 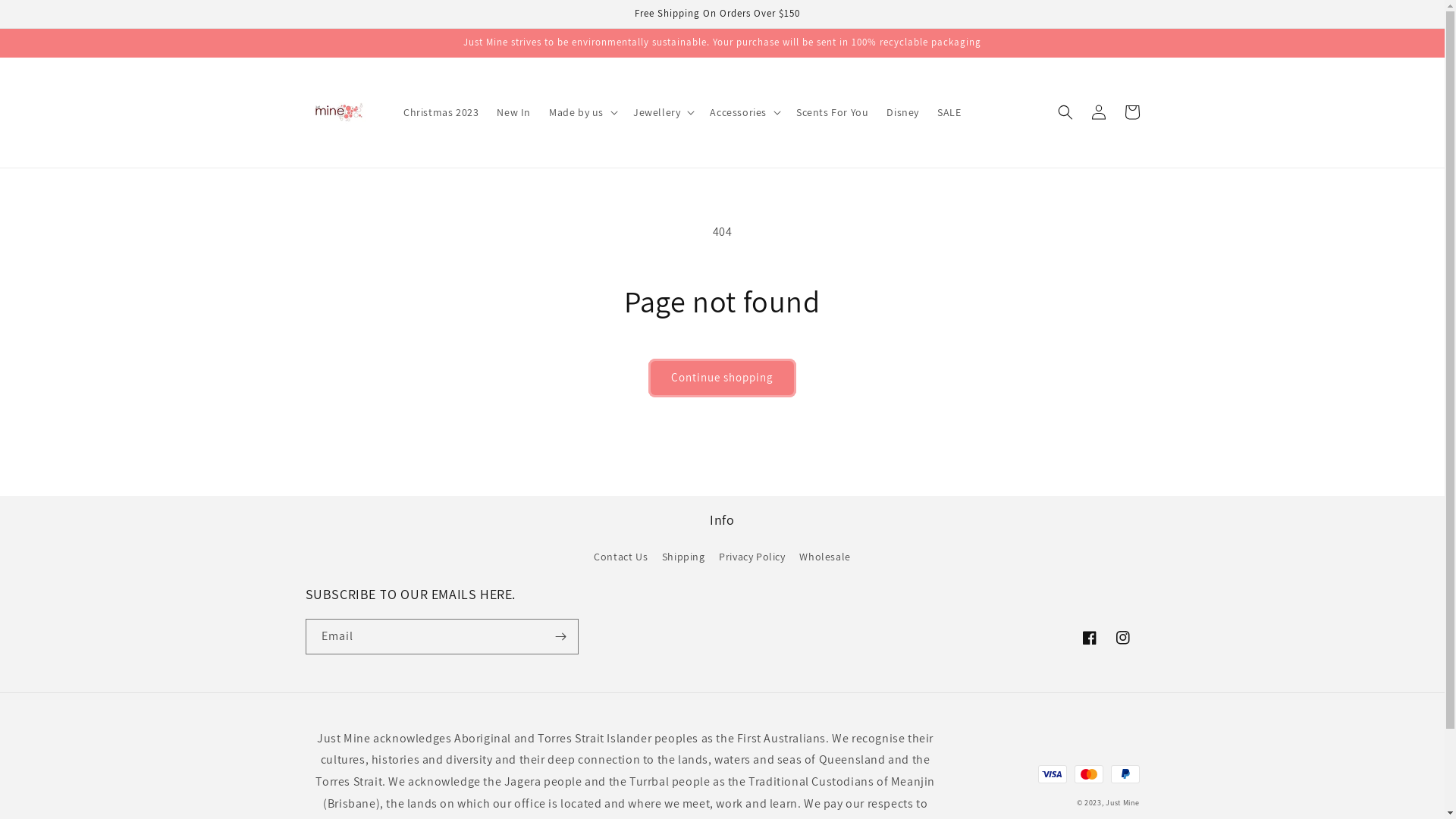 I want to click on 'Privacy Policy', so click(x=752, y=557).